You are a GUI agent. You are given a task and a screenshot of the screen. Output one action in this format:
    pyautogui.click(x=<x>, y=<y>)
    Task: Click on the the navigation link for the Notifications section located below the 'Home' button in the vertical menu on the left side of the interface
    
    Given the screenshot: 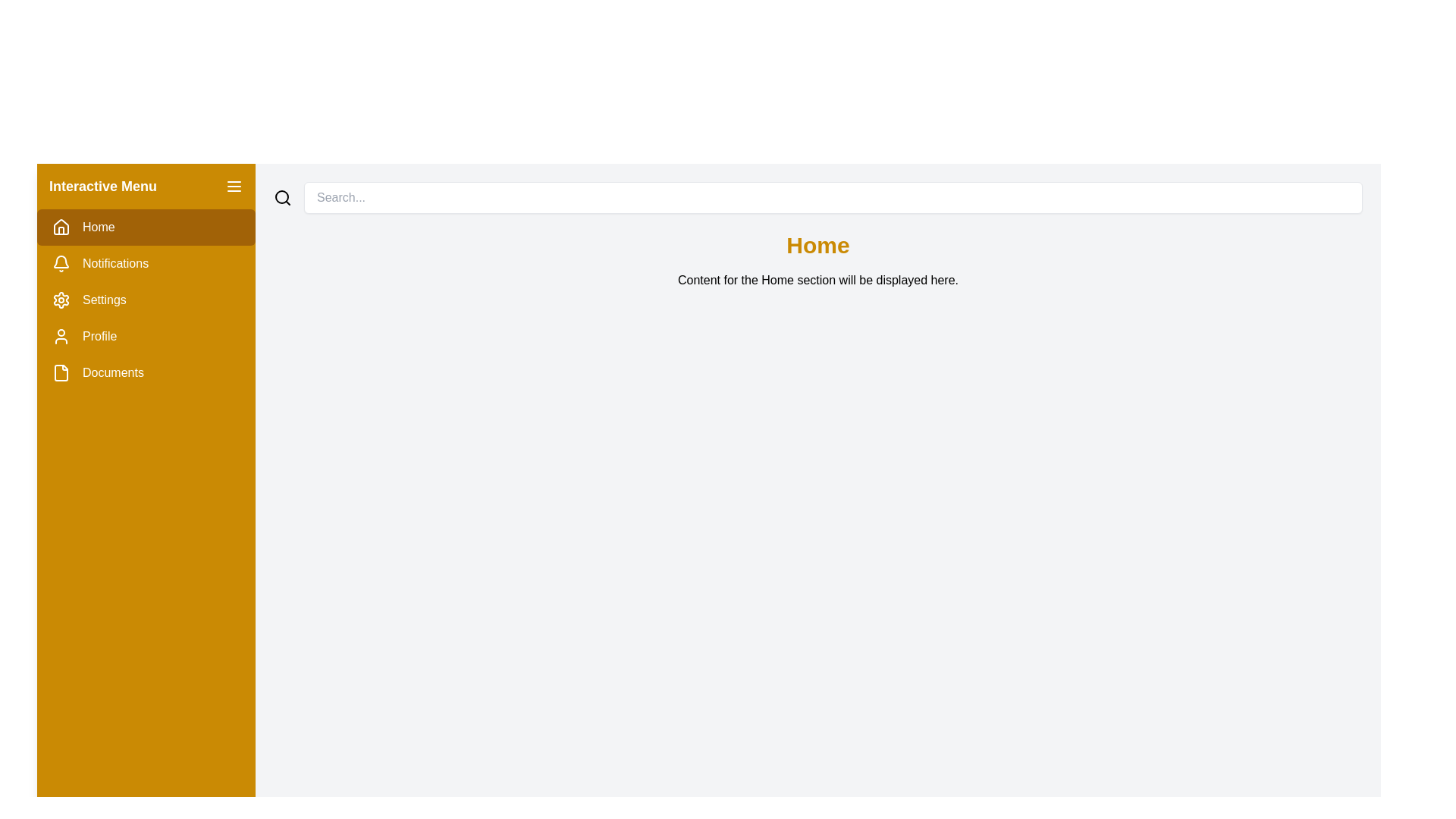 What is the action you would take?
    pyautogui.click(x=146, y=262)
    